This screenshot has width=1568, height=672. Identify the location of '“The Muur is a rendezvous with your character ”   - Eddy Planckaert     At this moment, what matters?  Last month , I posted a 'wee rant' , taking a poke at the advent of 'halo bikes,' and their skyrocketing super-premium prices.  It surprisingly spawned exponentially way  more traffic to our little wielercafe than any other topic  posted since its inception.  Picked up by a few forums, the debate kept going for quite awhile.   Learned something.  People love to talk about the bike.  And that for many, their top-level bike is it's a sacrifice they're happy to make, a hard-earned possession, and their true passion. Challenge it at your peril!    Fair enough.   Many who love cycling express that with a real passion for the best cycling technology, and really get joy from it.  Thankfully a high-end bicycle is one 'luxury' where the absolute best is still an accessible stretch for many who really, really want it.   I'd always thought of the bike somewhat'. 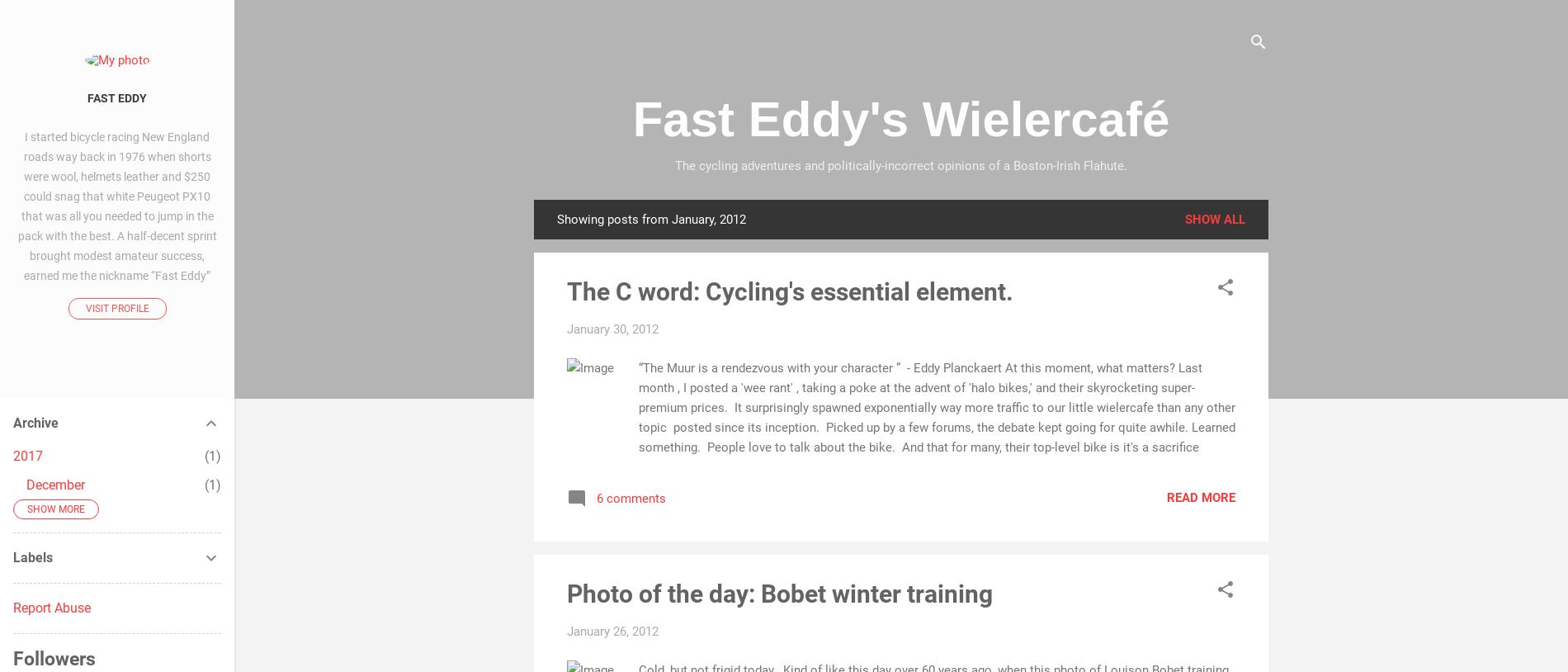
(937, 445).